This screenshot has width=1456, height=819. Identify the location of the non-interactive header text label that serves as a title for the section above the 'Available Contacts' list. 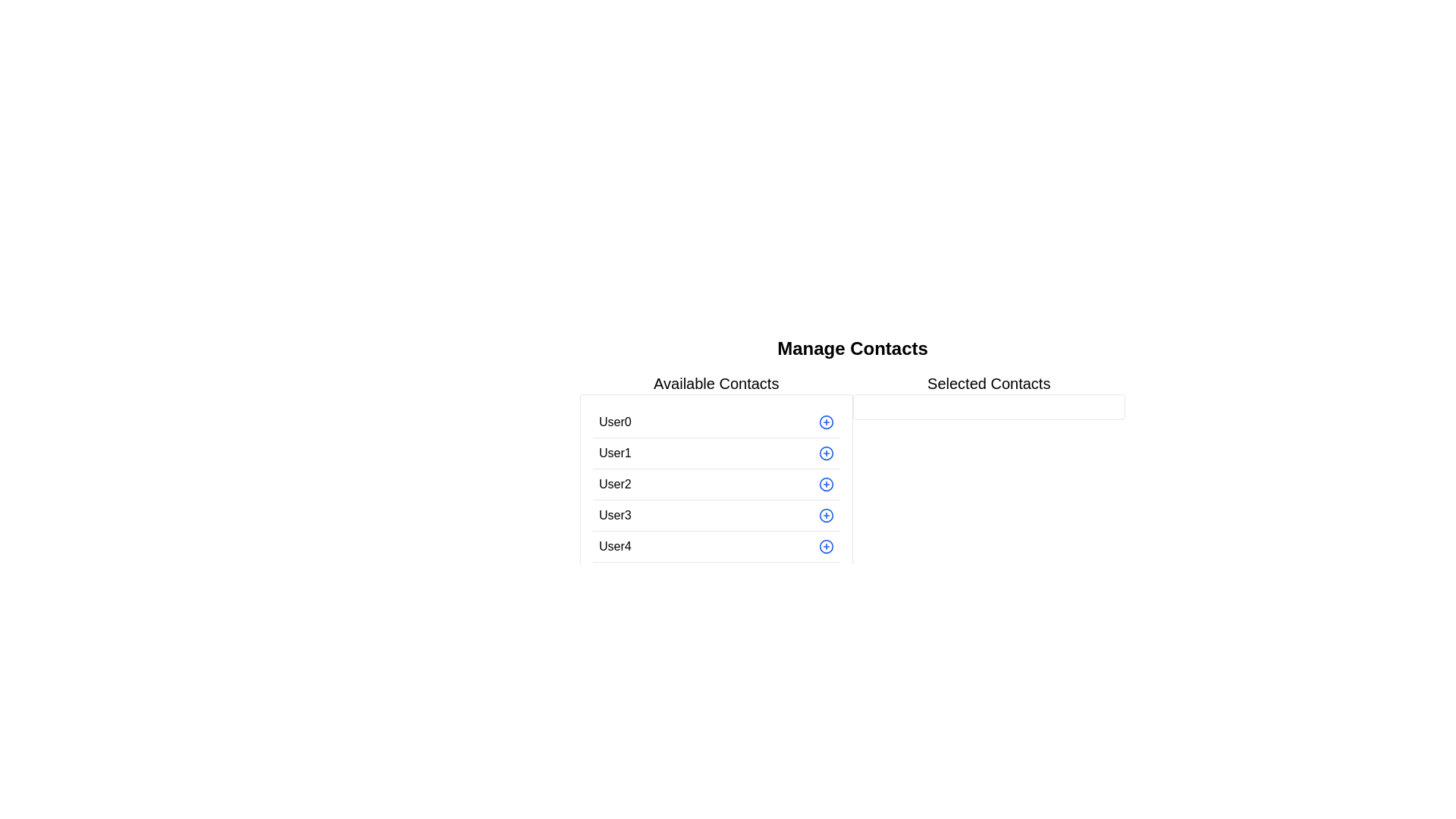
(715, 382).